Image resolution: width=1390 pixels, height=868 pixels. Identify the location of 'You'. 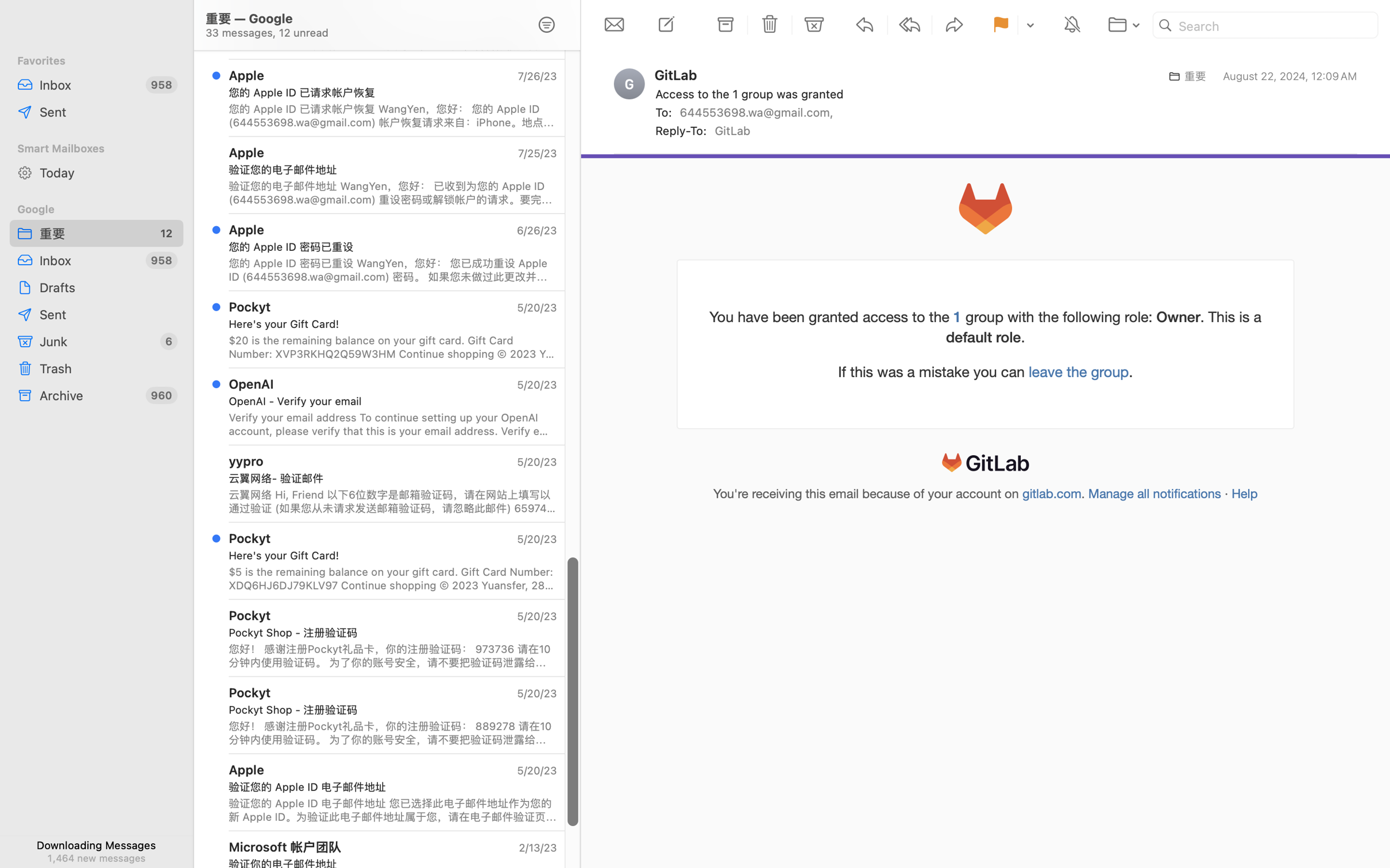
(868, 494).